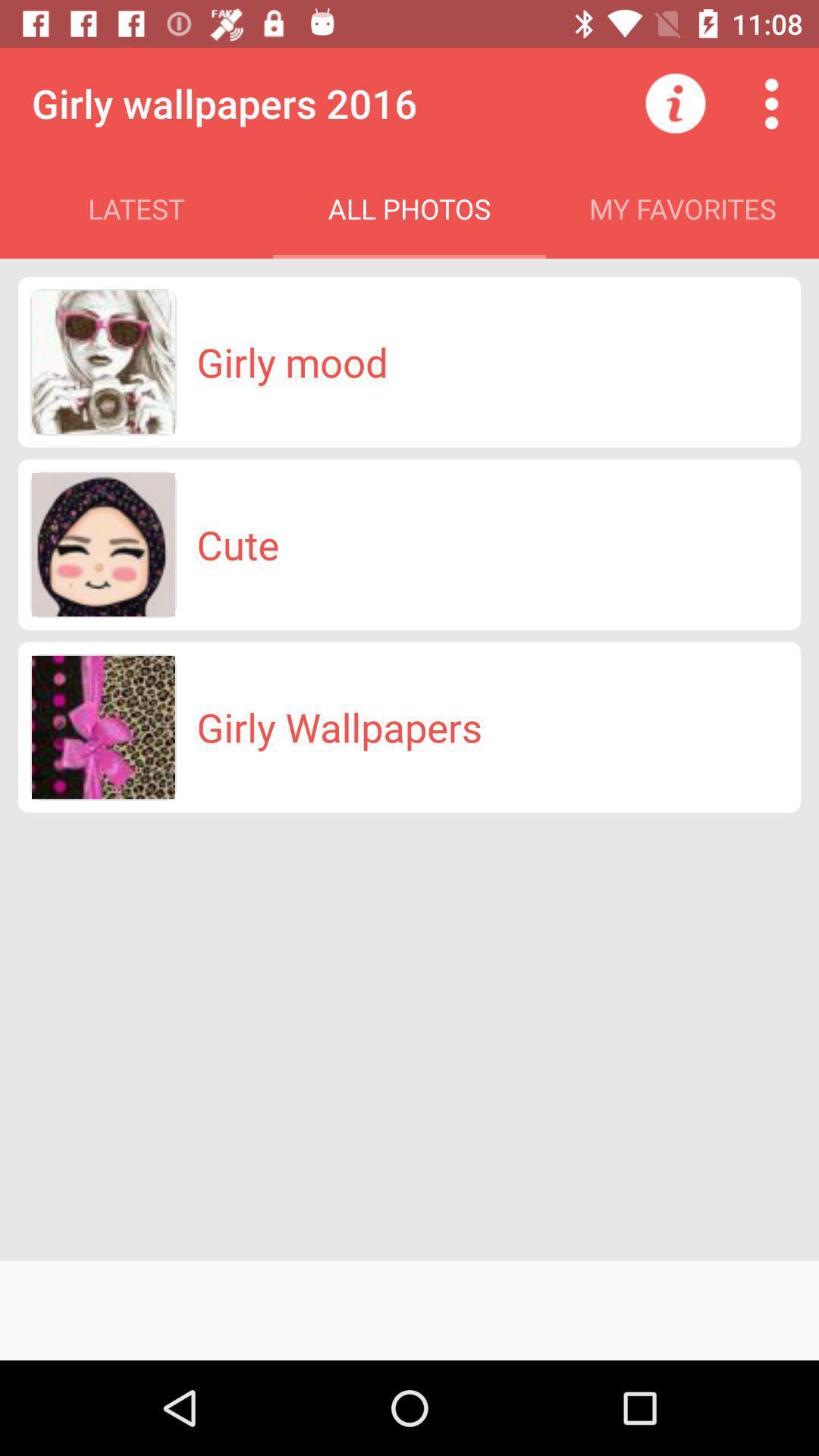  What do you see at coordinates (292, 361) in the screenshot?
I see `the girly mood` at bounding box center [292, 361].